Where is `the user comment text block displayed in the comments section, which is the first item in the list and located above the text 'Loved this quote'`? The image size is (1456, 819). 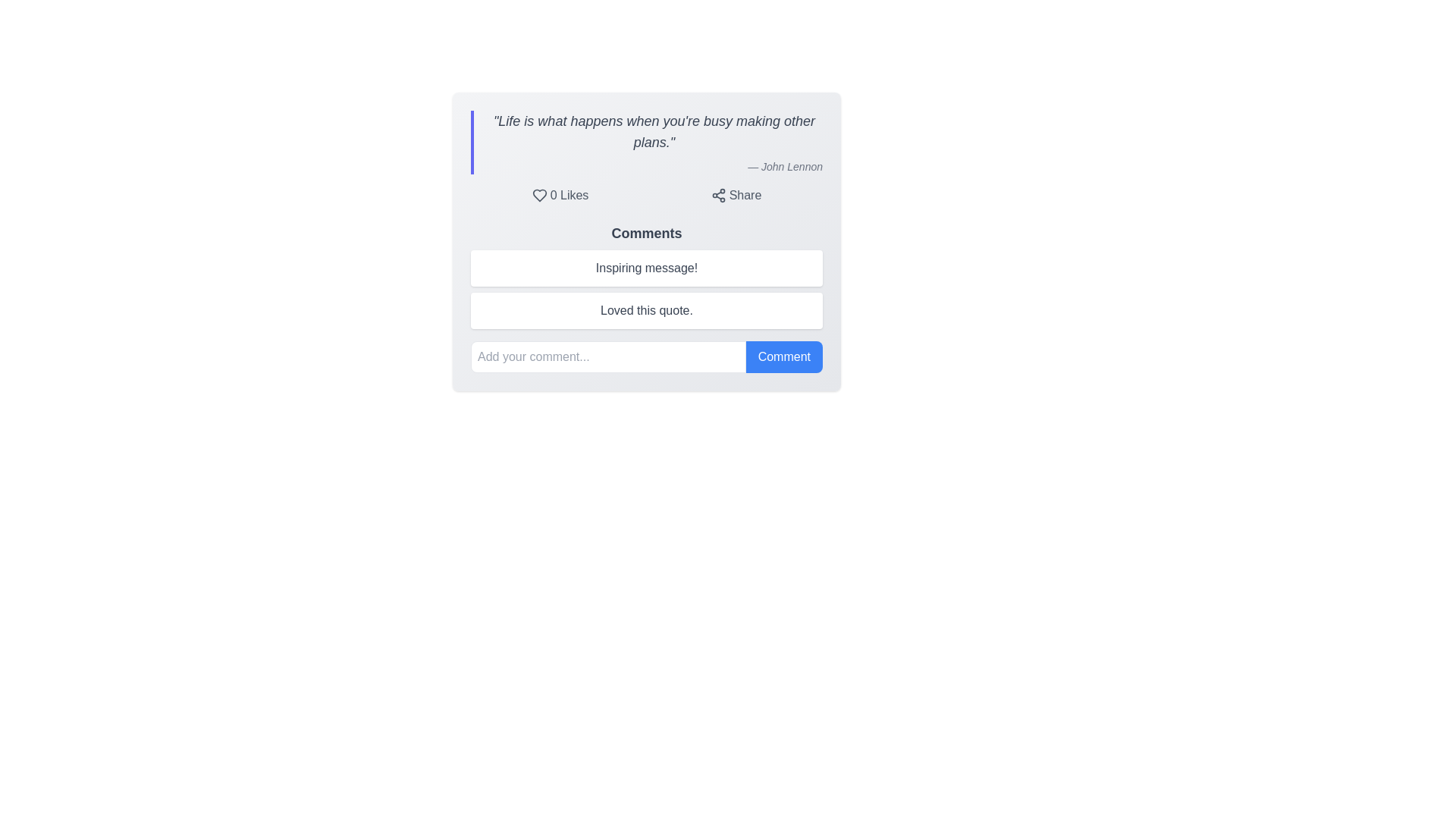 the user comment text block displayed in the comments section, which is the first item in the list and located above the text 'Loved this quote' is located at coordinates (647, 268).